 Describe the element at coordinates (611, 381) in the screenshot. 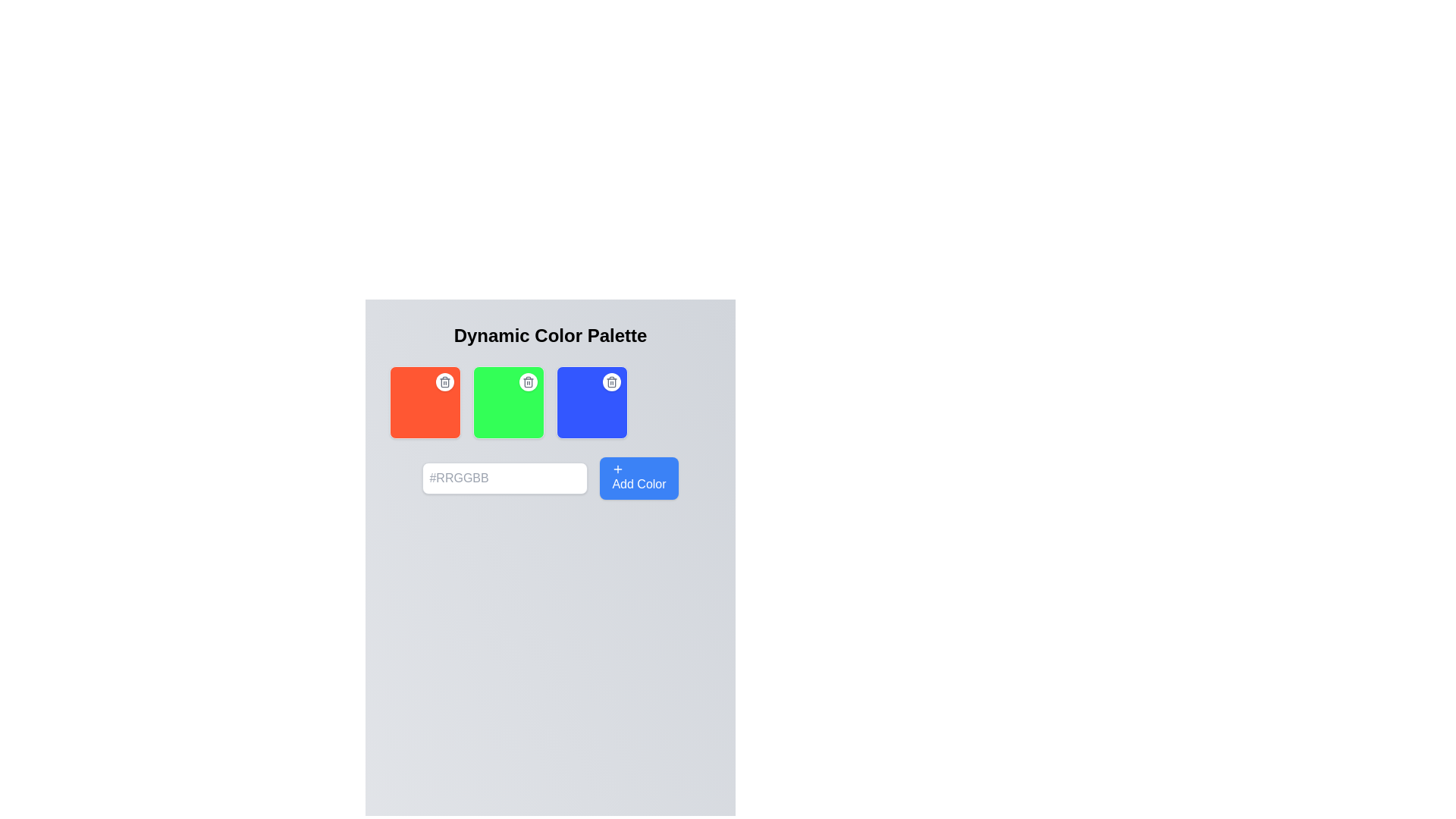

I see `the circular button with a white background and a gray trash can icon located at the upper-right corner of the blue rectangular card in the third position under the 'Dynamic Color Palette' section` at that location.